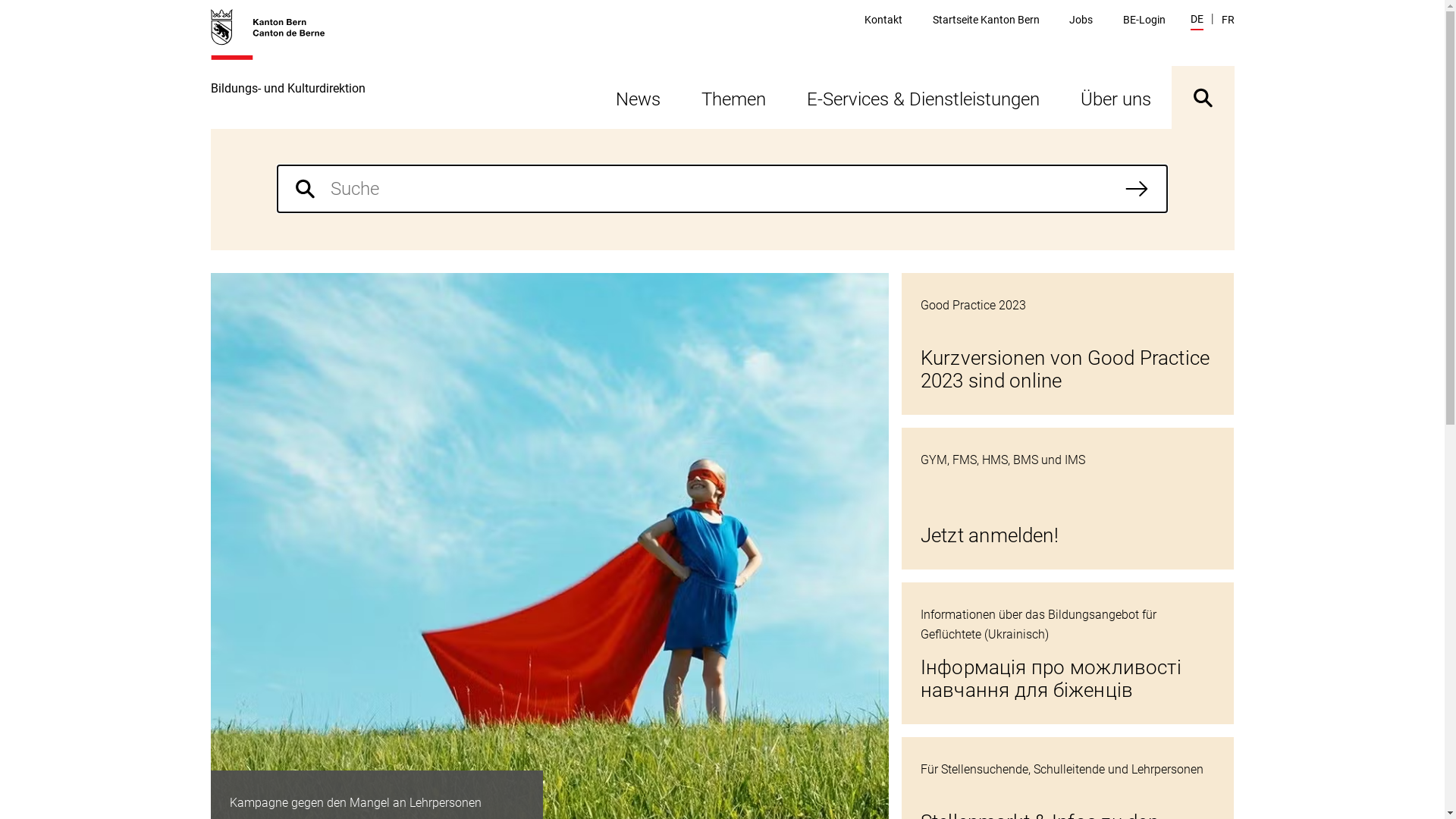 The height and width of the screenshot is (819, 1456). Describe the element at coordinates (637, 97) in the screenshot. I see `'News'` at that location.